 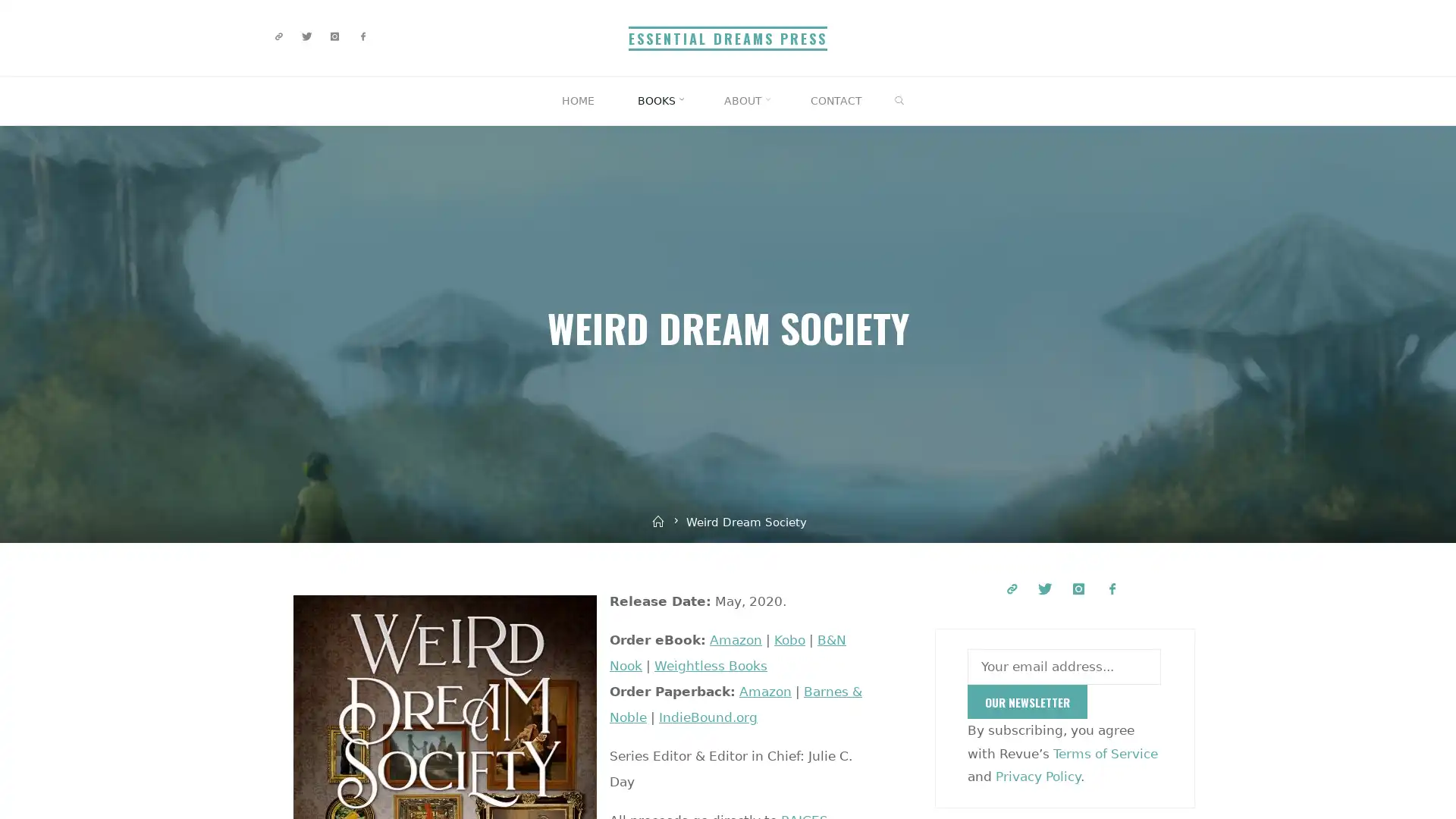 What do you see at coordinates (1027, 701) in the screenshot?
I see `Our Newsletter` at bounding box center [1027, 701].